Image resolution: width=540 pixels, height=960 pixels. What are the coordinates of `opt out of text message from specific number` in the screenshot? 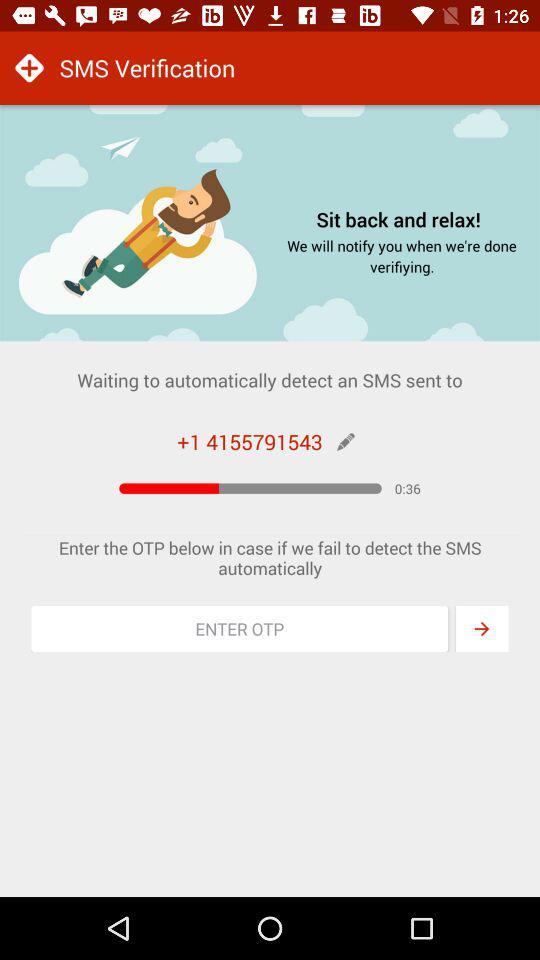 It's located at (239, 628).